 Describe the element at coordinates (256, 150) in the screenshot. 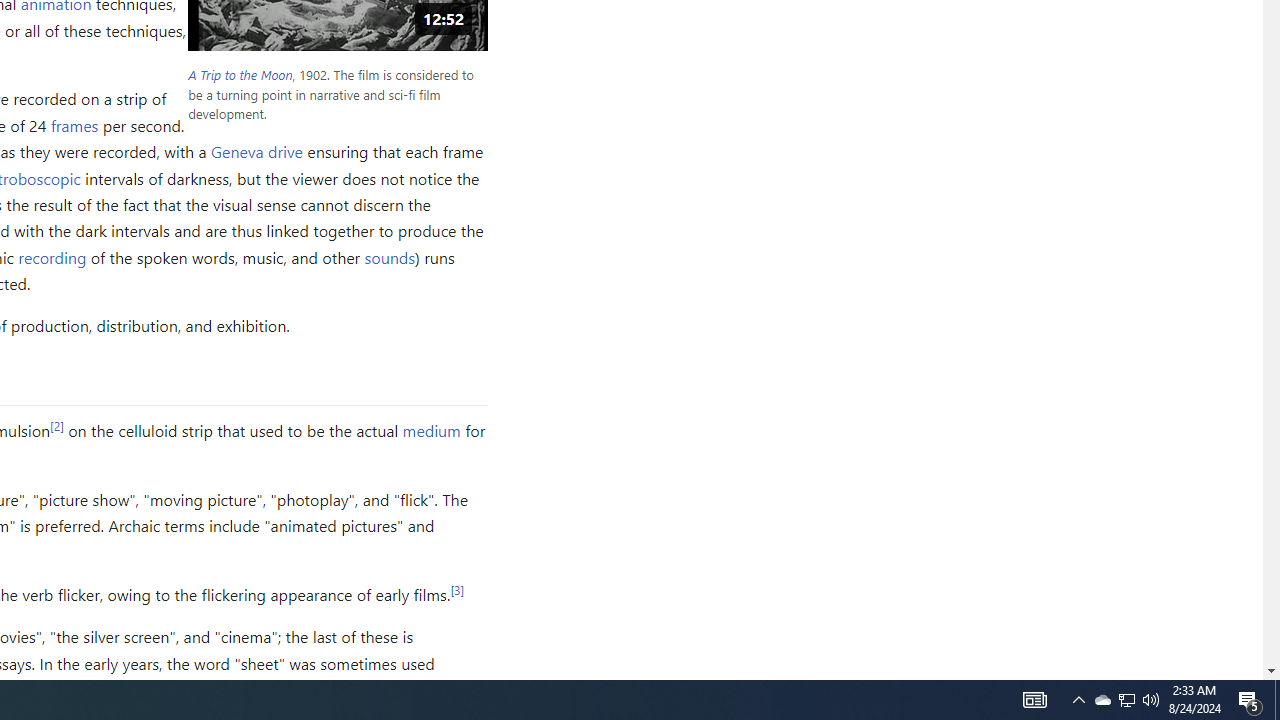

I see `'Geneva drive'` at that location.